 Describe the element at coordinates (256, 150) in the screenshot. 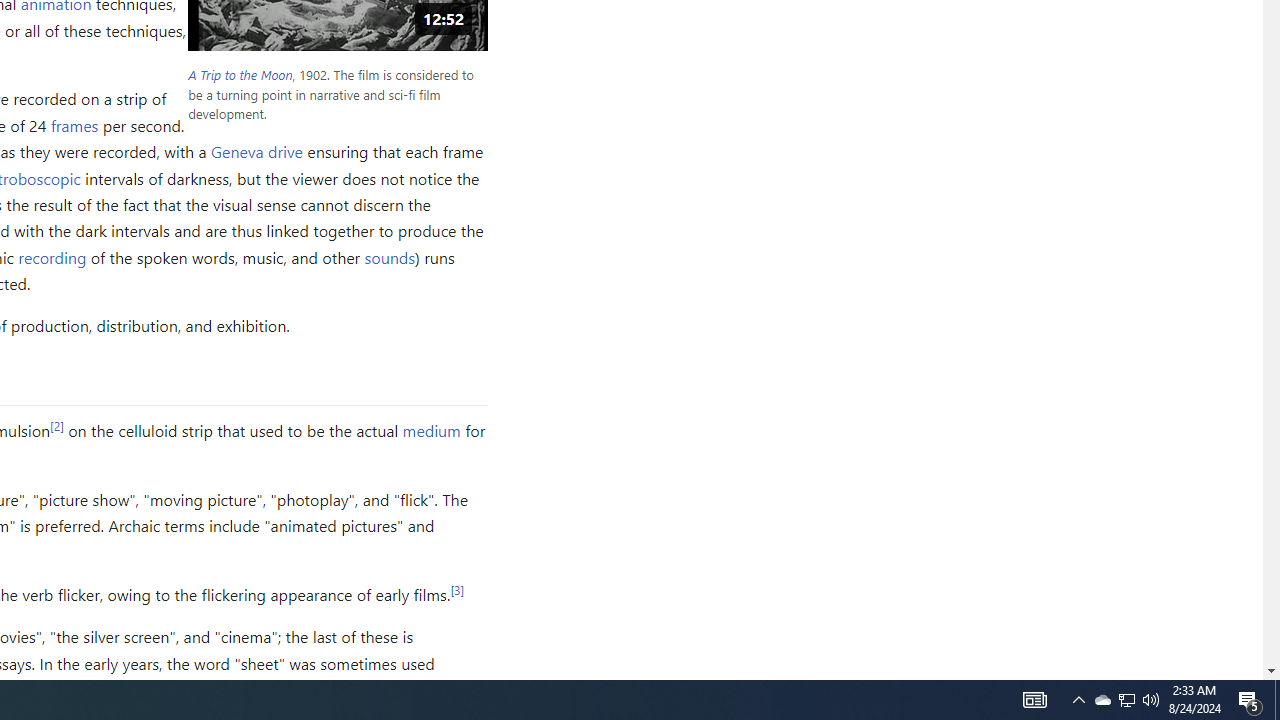

I see `'Geneva drive'` at that location.